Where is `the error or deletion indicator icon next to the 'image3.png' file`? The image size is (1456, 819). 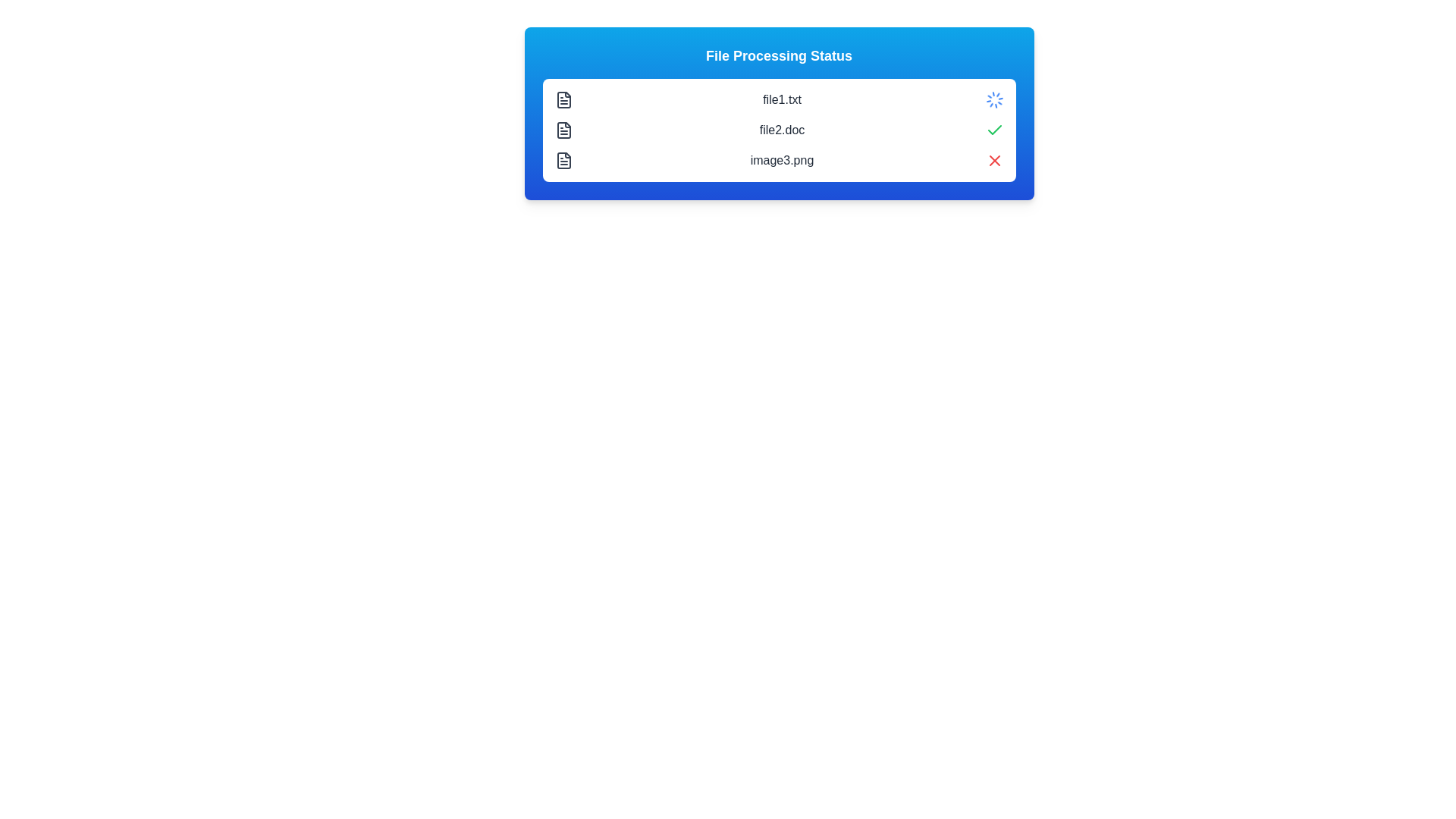
the error or deletion indicator icon next to the 'image3.png' file is located at coordinates (994, 161).